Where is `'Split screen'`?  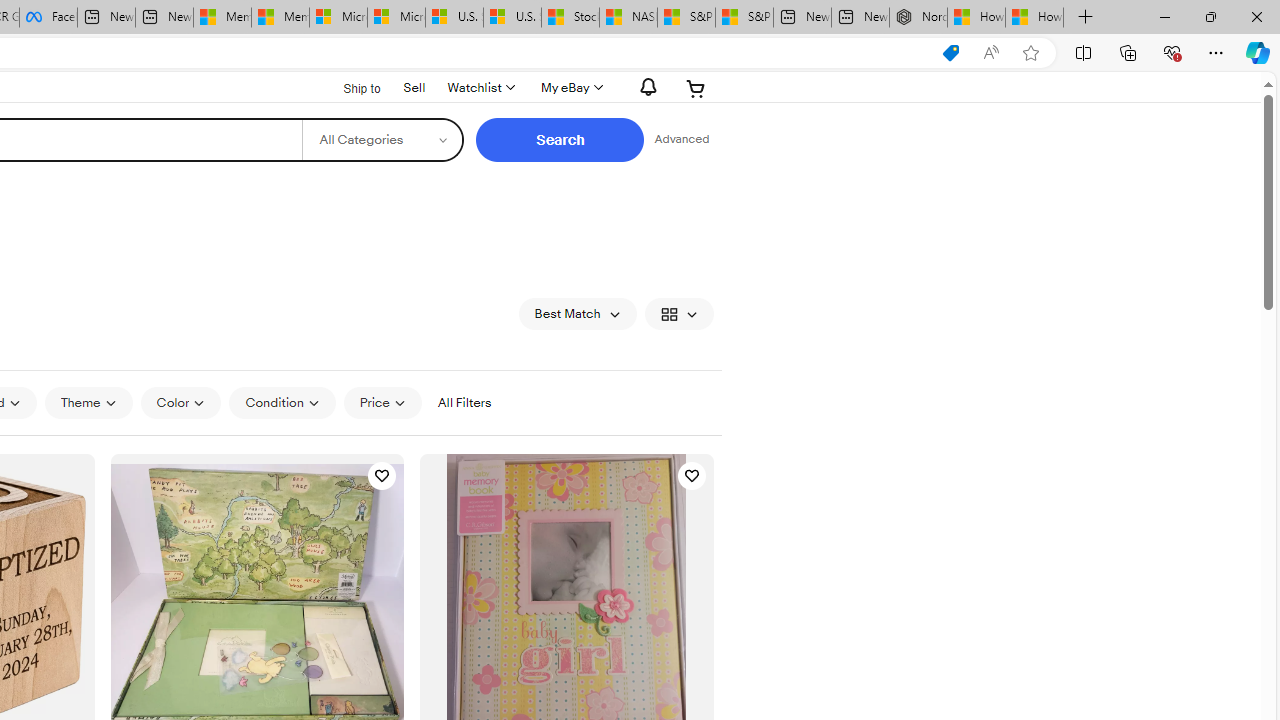
'Split screen' is located at coordinates (1082, 51).